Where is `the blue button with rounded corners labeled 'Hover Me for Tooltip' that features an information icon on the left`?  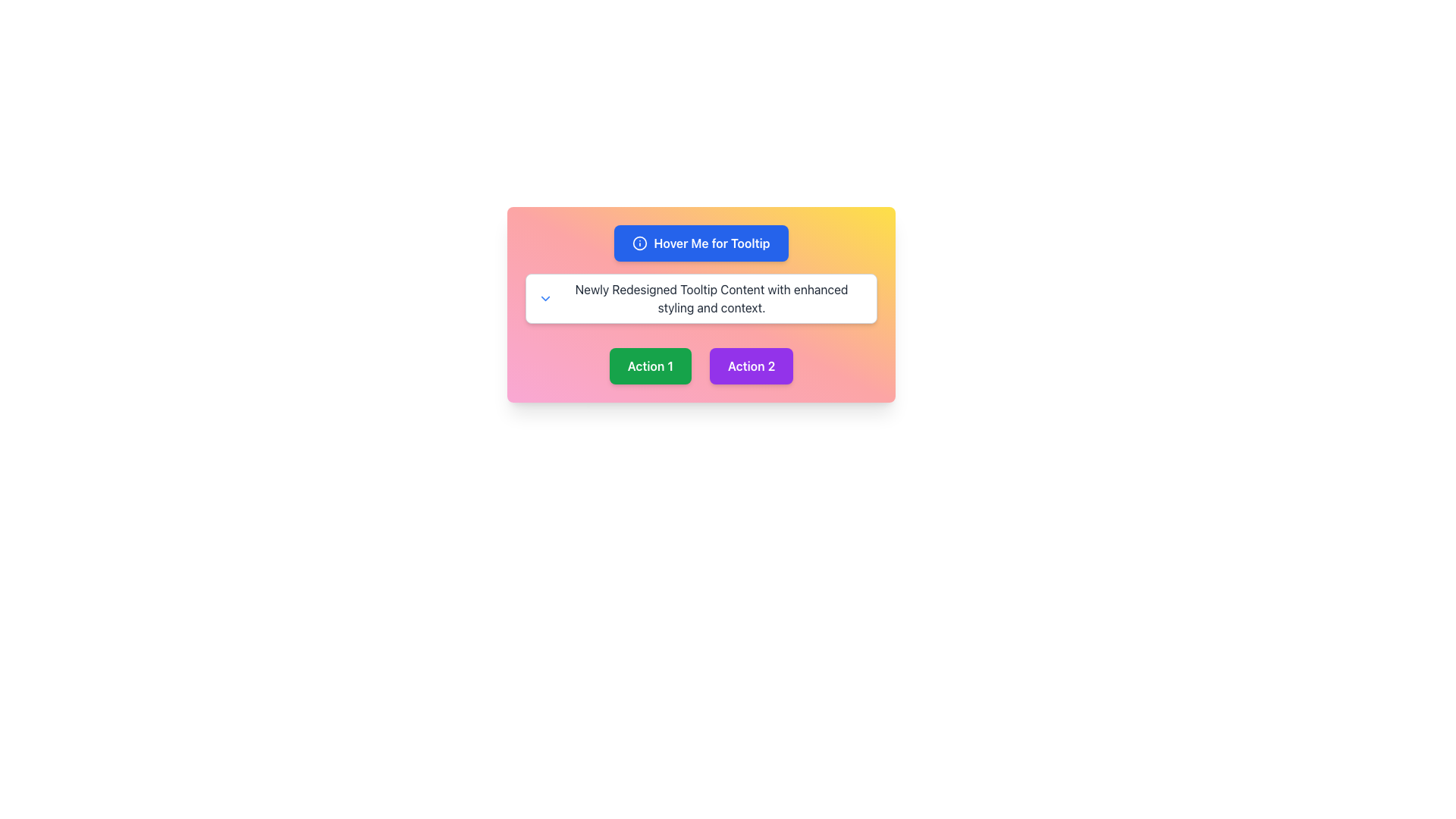 the blue button with rounded corners labeled 'Hover Me for Tooltip' that features an information icon on the left is located at coordinates (701, 242).